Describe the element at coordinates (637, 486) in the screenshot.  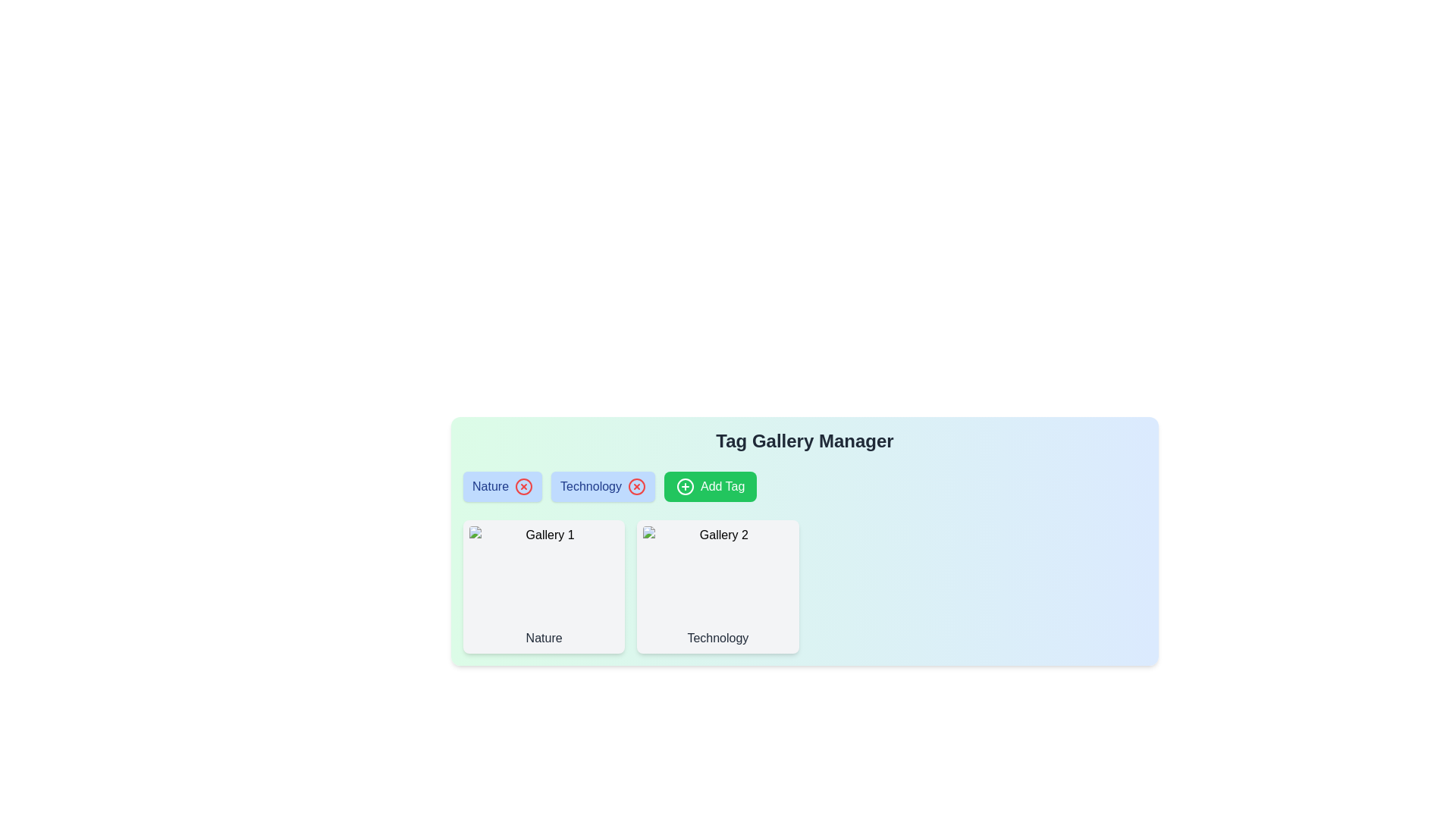
I see `the circular outline icon to the right of the 'Technology' tag` at that location.